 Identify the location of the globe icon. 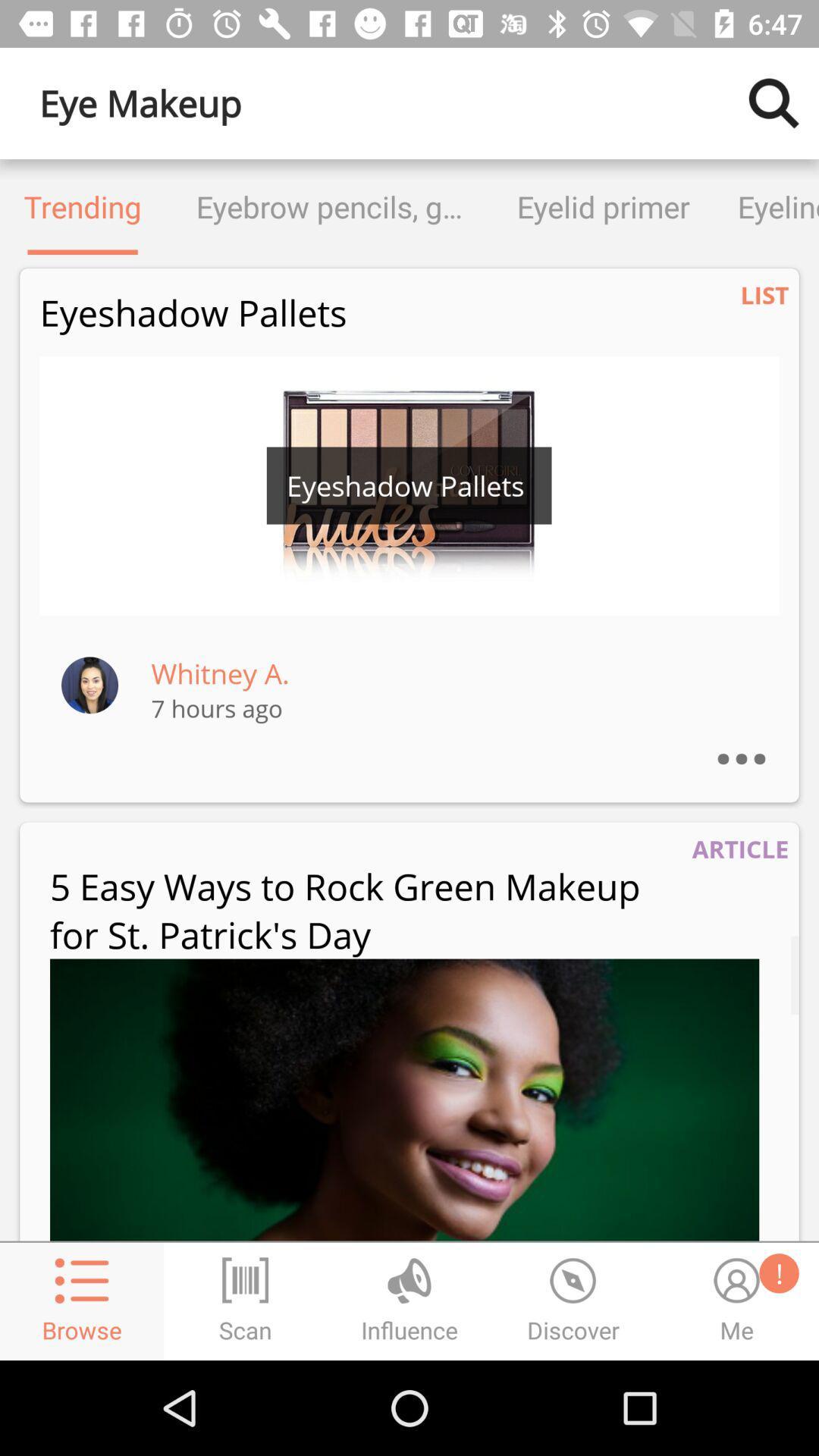
(409, 1301).